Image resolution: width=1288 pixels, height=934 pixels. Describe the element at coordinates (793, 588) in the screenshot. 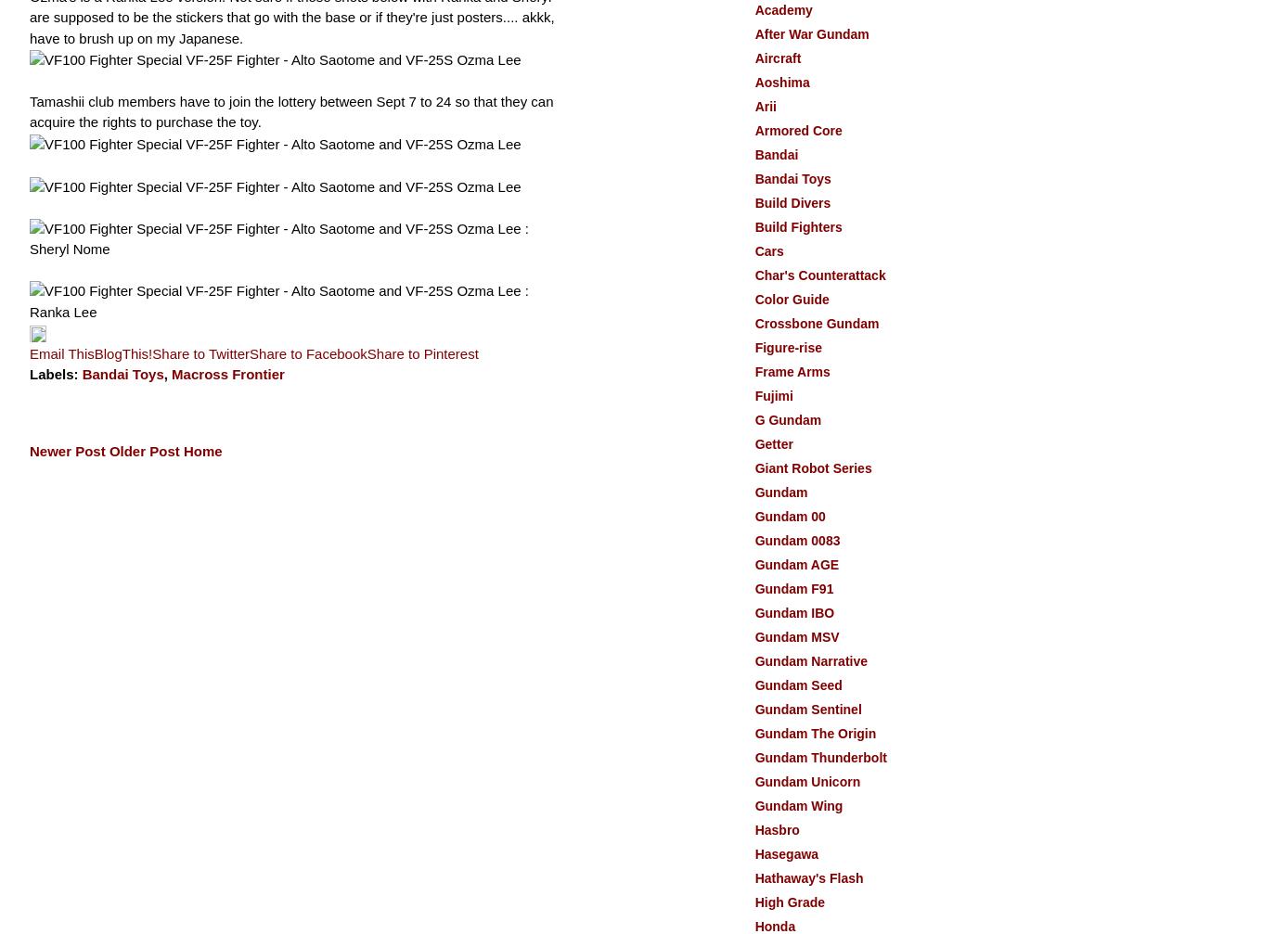

I see `'Gundam F91'` at that location.